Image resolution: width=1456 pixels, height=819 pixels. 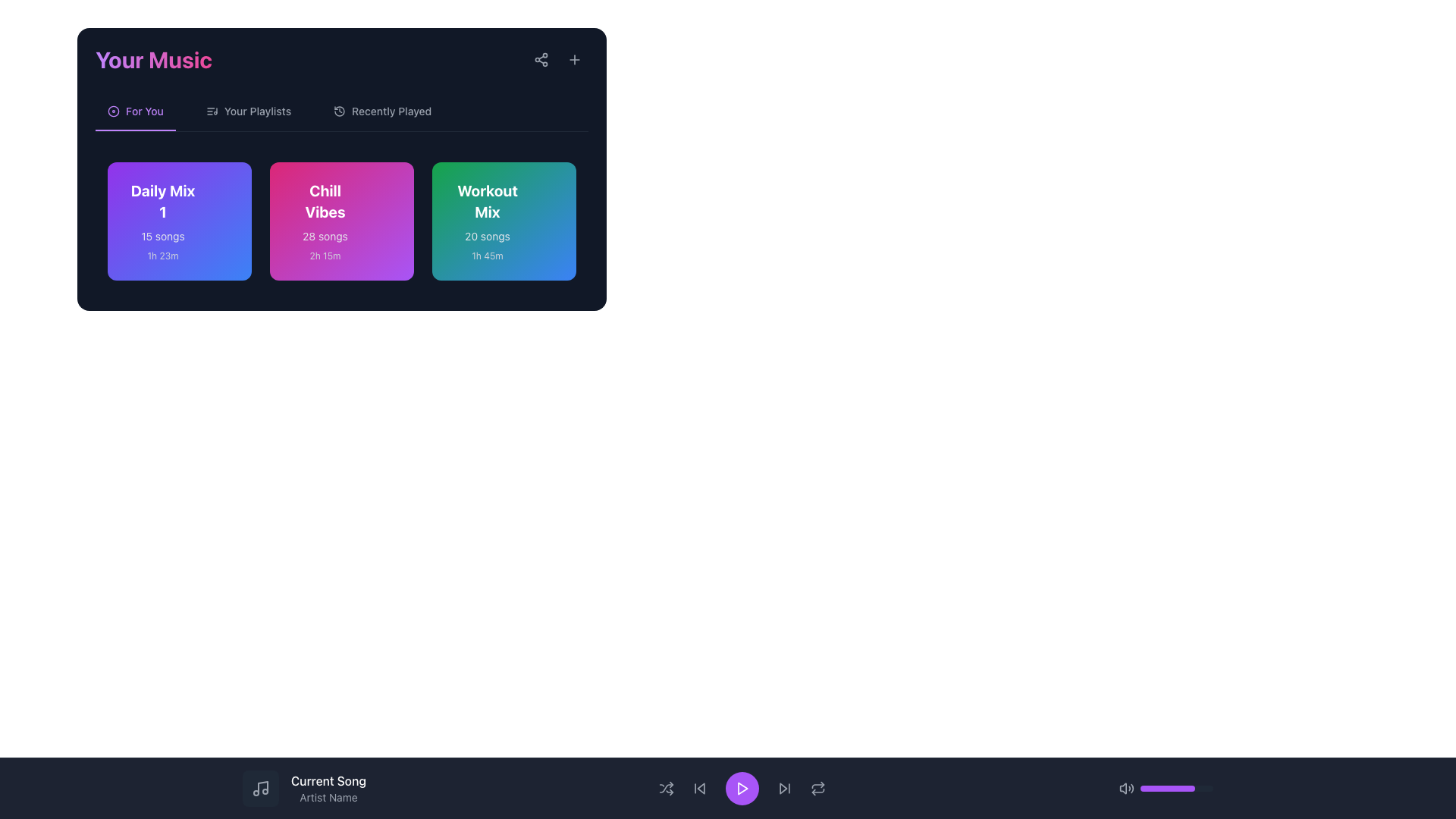 What do you see at coordinates (248, 116) in the screenshot?
I see `the 'Your Playlists' navigation tab` at bounding box center [248, 116].